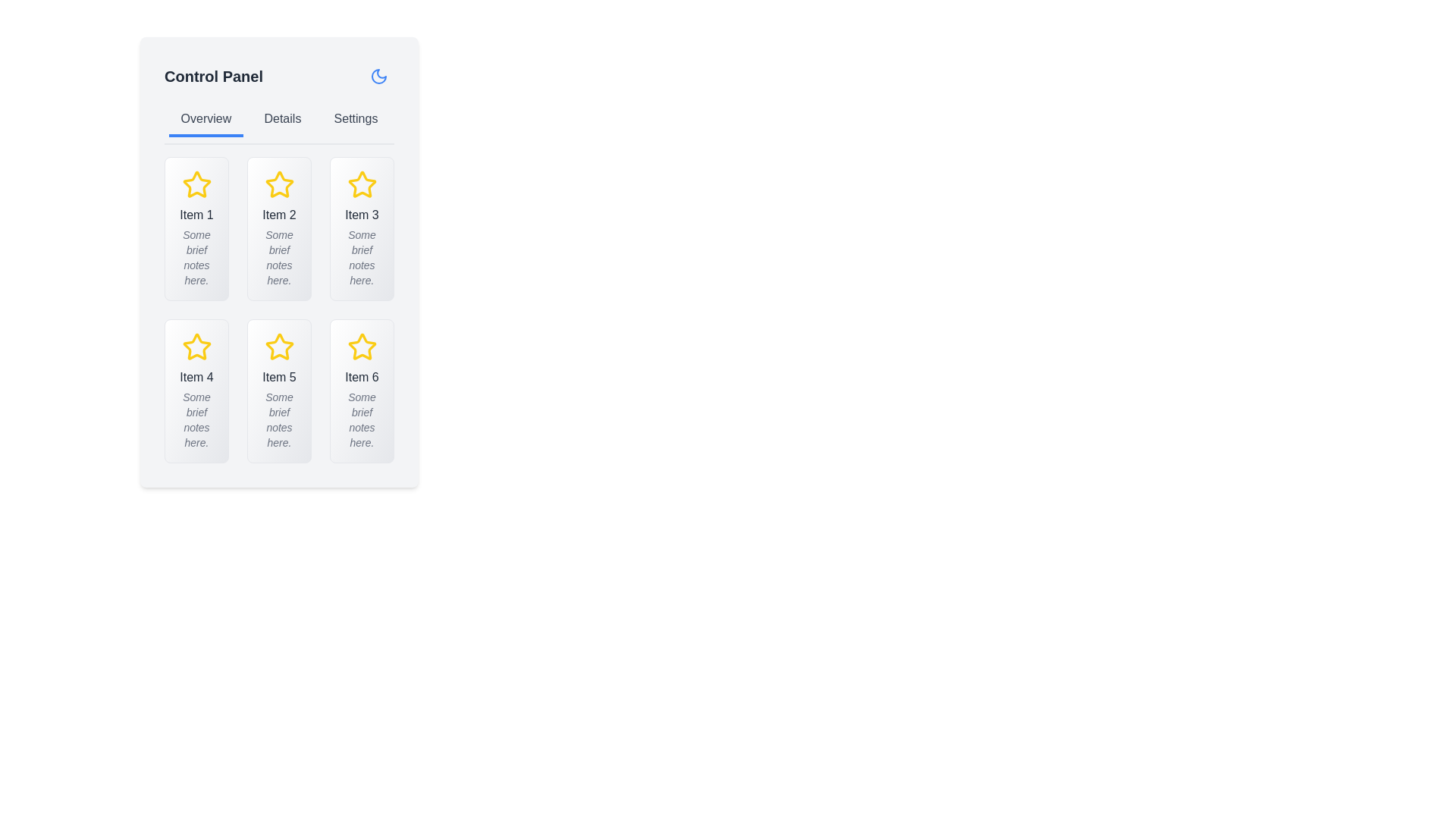 This screenshot has width=1456, height=819. I want to click on the yellow outlined star icon associated with 'Item 4' in the grid layout, so click(196, 347).